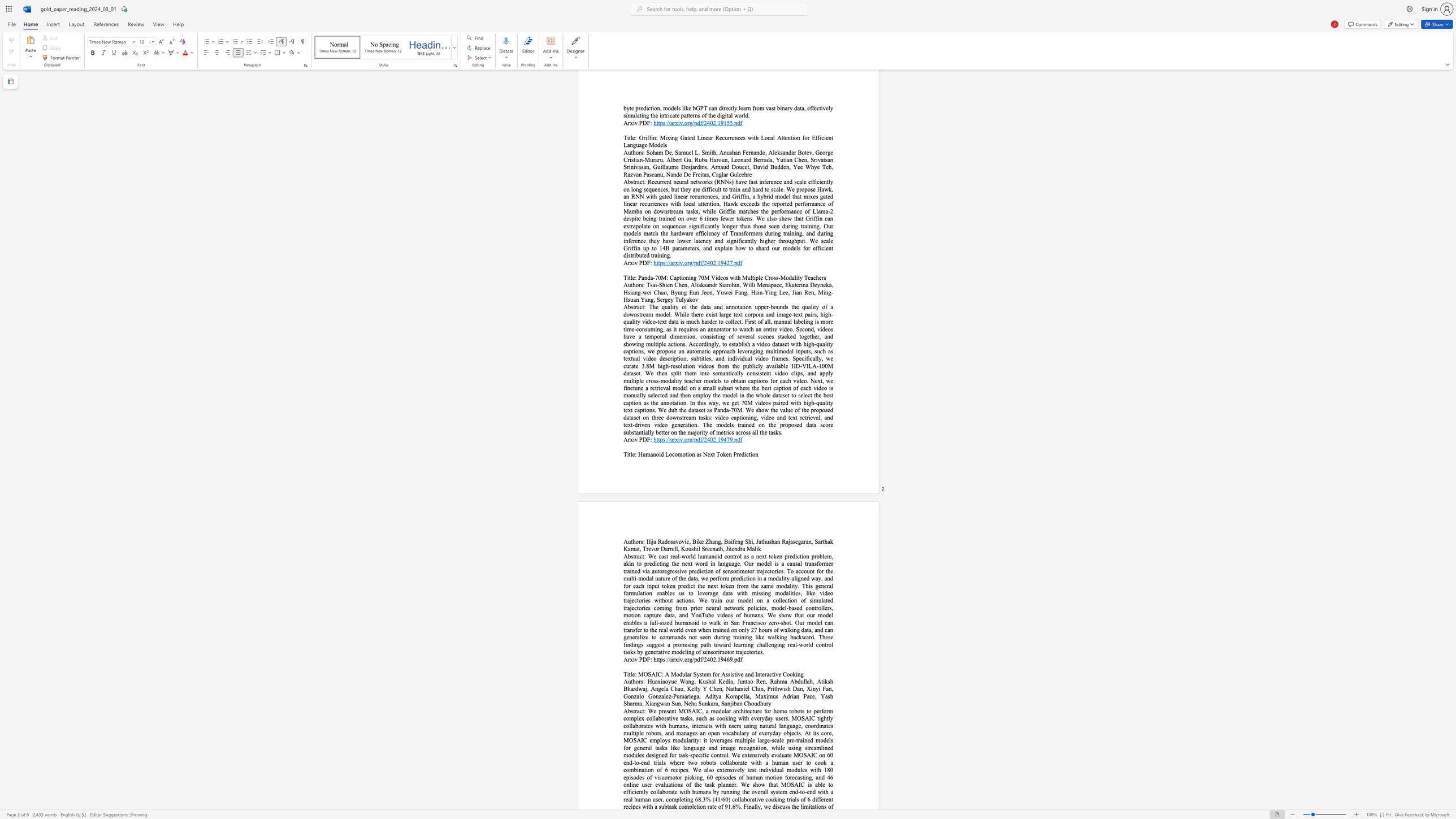 The height and width of the screenshot is (819, 1456). Describe the element at coordinates (749, 570) in the screenshot. I see `the subset text "or trajectories. To account for the multi-modal nature of the data, we perform prediction in a modality-aligned way, and for each input token predict the next token from the same modality. This general formulation enables us to leverage data with missing modalities, like video trajectories without actions. We train our model on a collection of simulated trajectories" within the text "We cast real-world humanoid control as a next token prediction problem, akin to predicting the next word in language. Our model is a causal transformer trained via autoregressive prediction of sensorimotor trajectories. To account for the multi-modal nature of the data, we perform prediction in a modality-aligned way, and for each input token predict the next token from the same modality. This general formulation enables us to leverage data with missing modalities, like video trajectories without actions. We train our model on a collection of simulated trajectories coming from prior neural network policies, model-based controllers, motion capture data, and YouTube videos of humans. We show that our model enables a full-sized humanoid to walk in San Francisco zero-shot. Our model can transfer to the real world even when trained on only 27 hours of walking data, and can generalize to commands not seen during training like walking backward. These findings suggest a promising path toward learning challenging real-world control tasks by generative modeling of sensorimotor trajectories."` at that location.